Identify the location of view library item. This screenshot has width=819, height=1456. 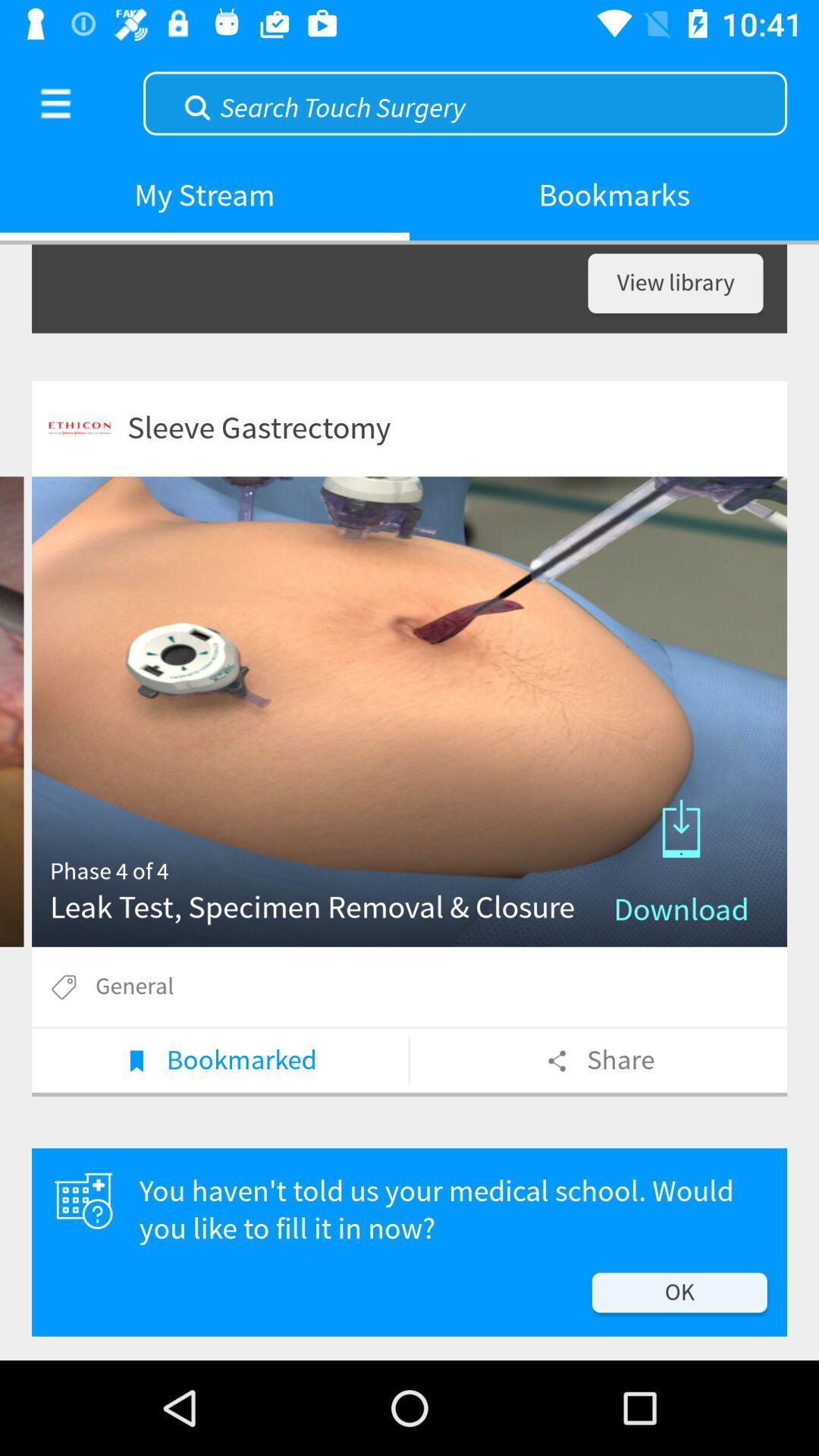
(675, 283).